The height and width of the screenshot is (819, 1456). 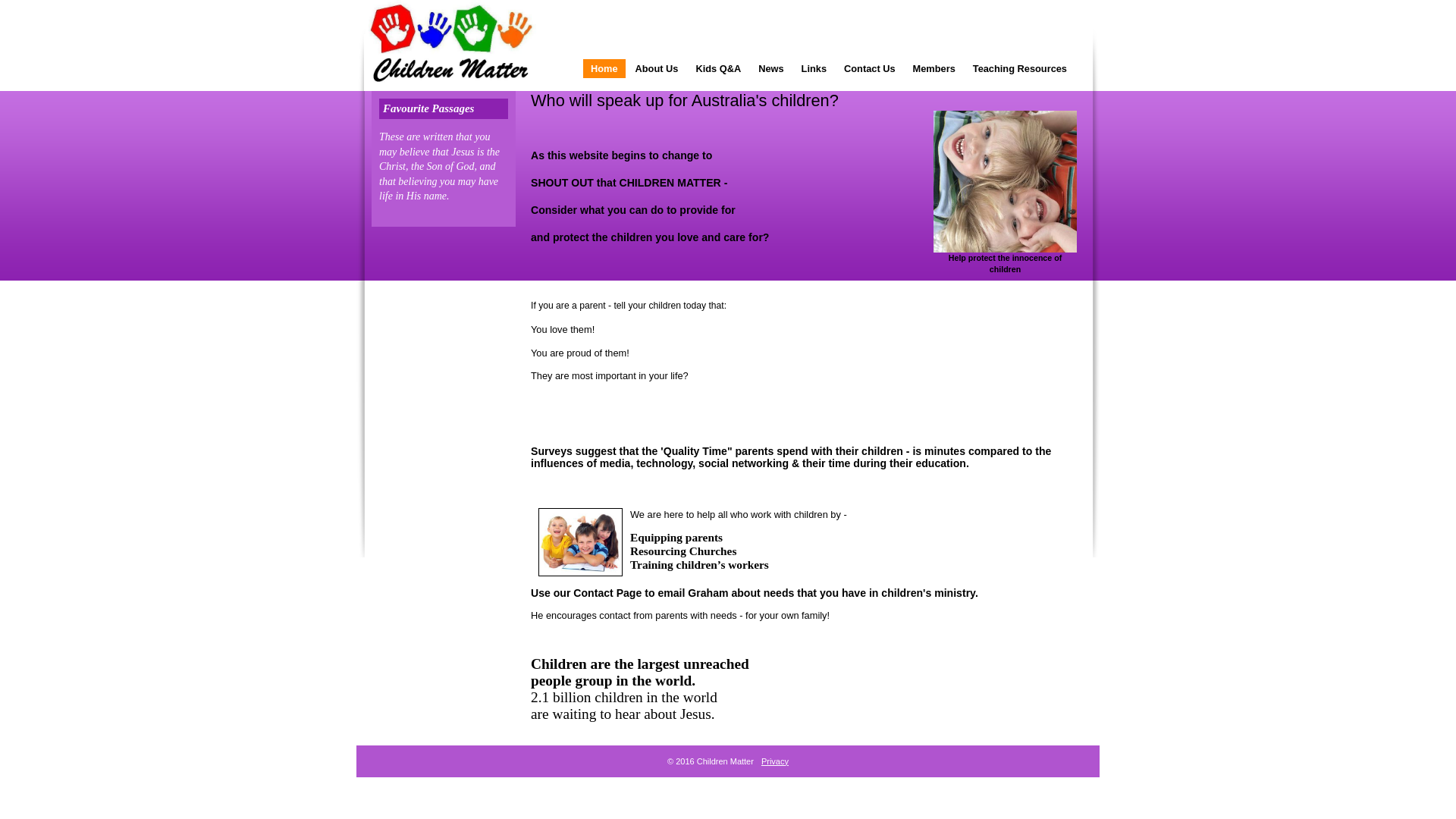 I want to click on 'About Us', so click(x=657, y=68).